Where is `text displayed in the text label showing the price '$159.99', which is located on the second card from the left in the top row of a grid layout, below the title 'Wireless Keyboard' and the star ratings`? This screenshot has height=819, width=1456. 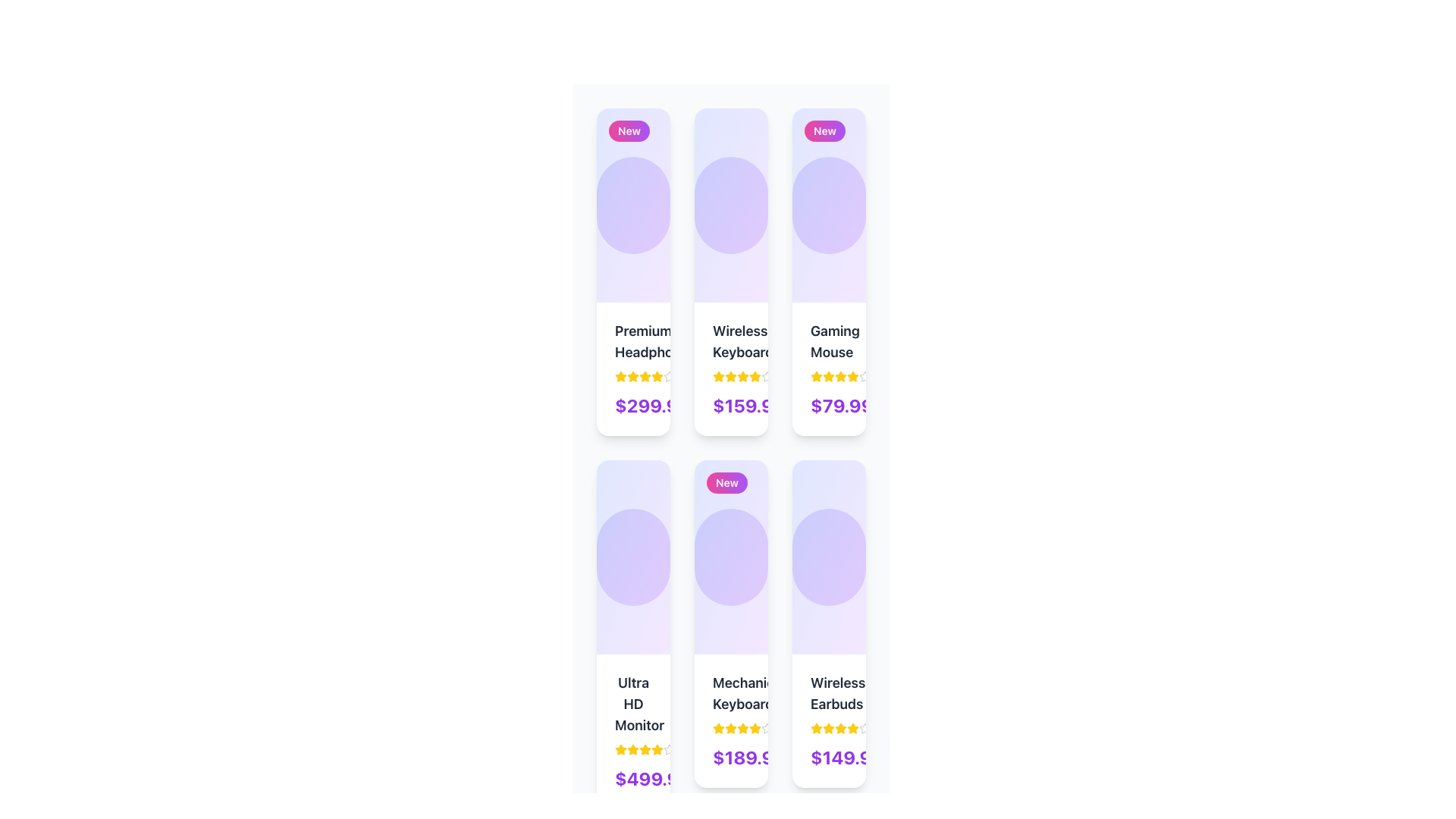
text displayed in the text label showing the price '$159.99', which is located on the second card from the left in the top row of a grid layout, below the title 'Wireless Keyboard' and the star ratings is located at coordinates (731, 405).